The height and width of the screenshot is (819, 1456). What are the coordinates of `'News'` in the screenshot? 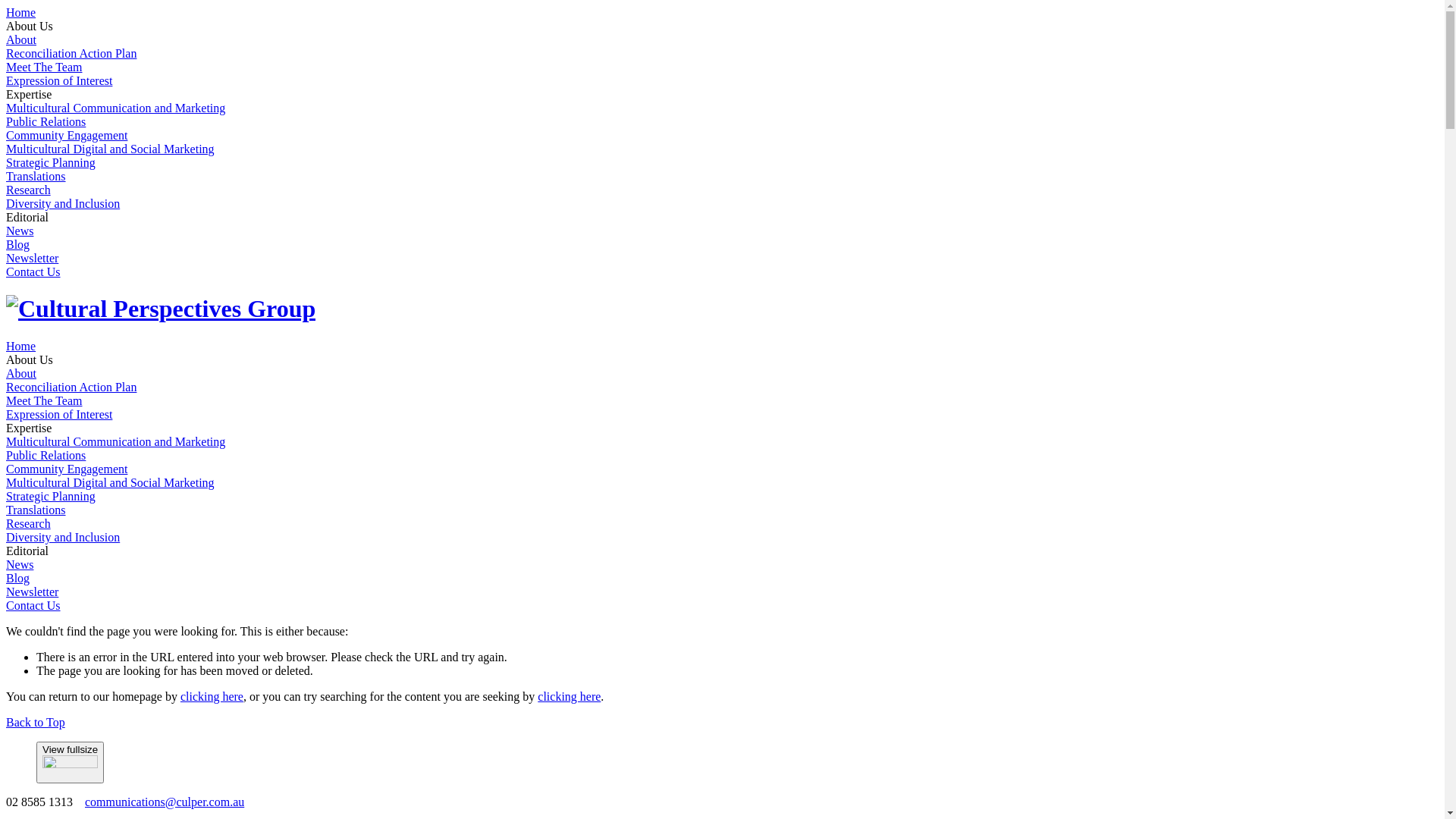 It's located at (6, 564).